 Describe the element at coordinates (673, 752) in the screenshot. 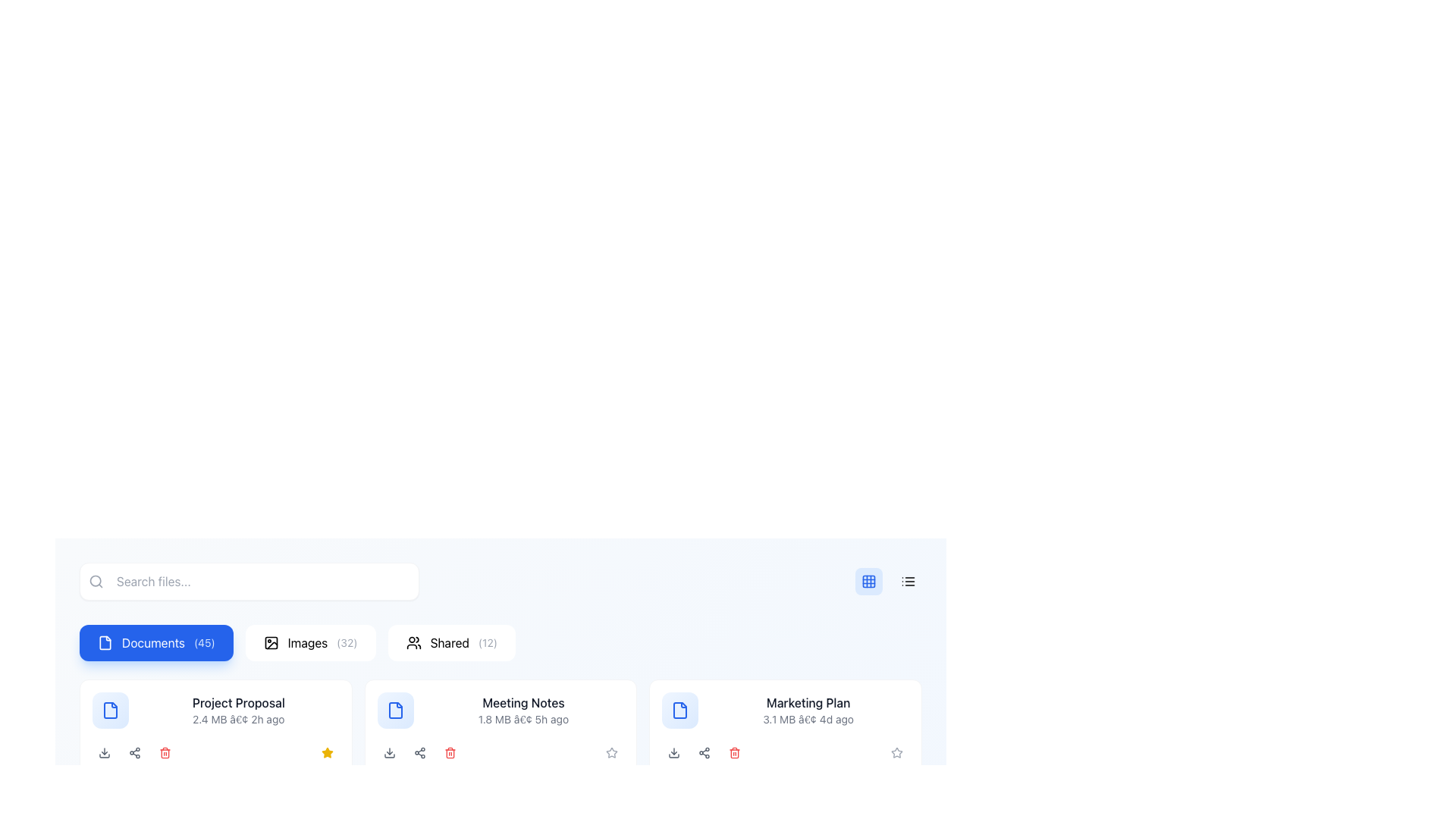

I see `the first button from the left in the horizontal series of icons within the 'Marketing Plan' card to initiate the download action for the associated file` at that location.